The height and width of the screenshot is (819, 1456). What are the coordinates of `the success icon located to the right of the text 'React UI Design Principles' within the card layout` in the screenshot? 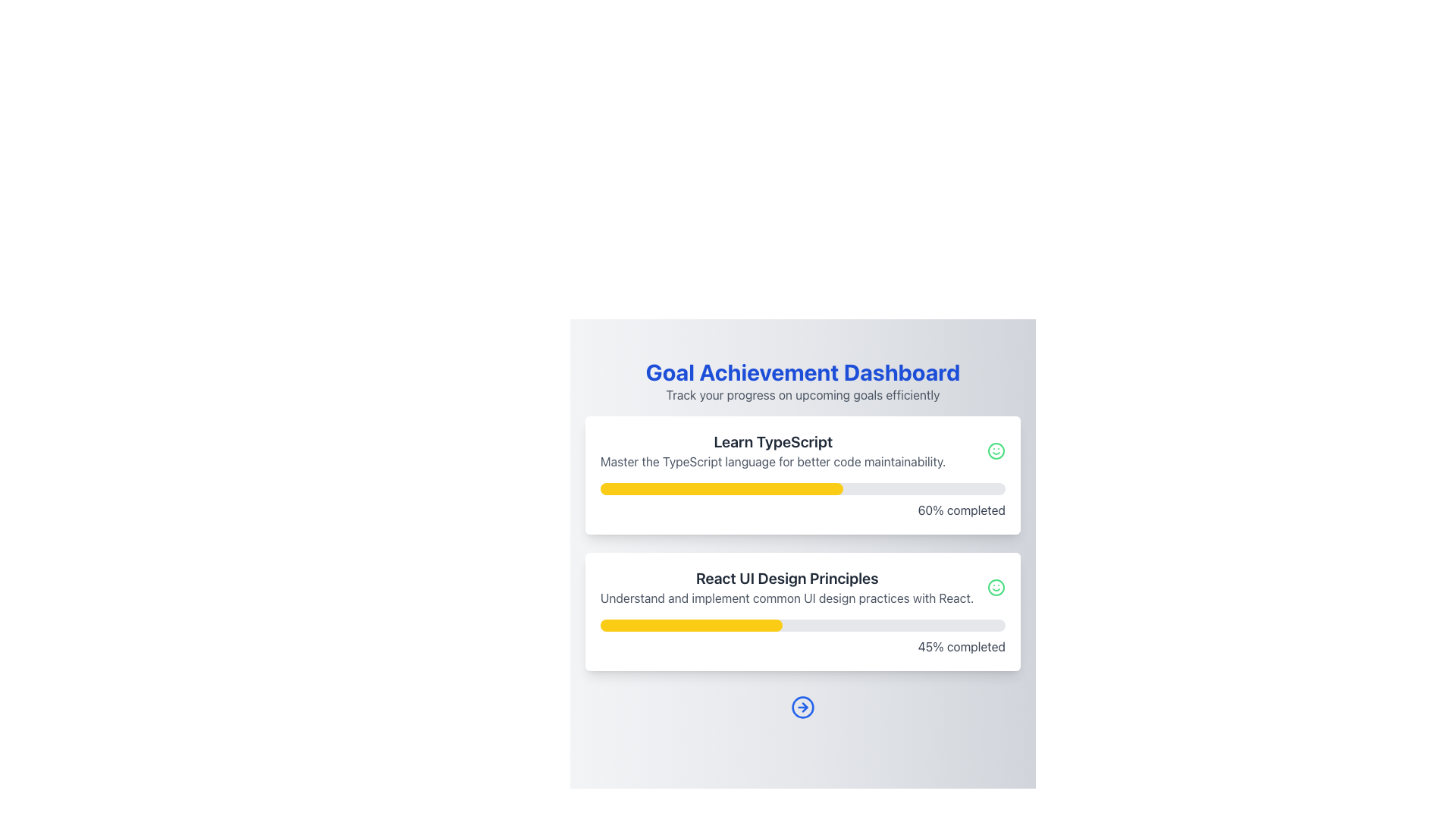 It's located at (996, 587).